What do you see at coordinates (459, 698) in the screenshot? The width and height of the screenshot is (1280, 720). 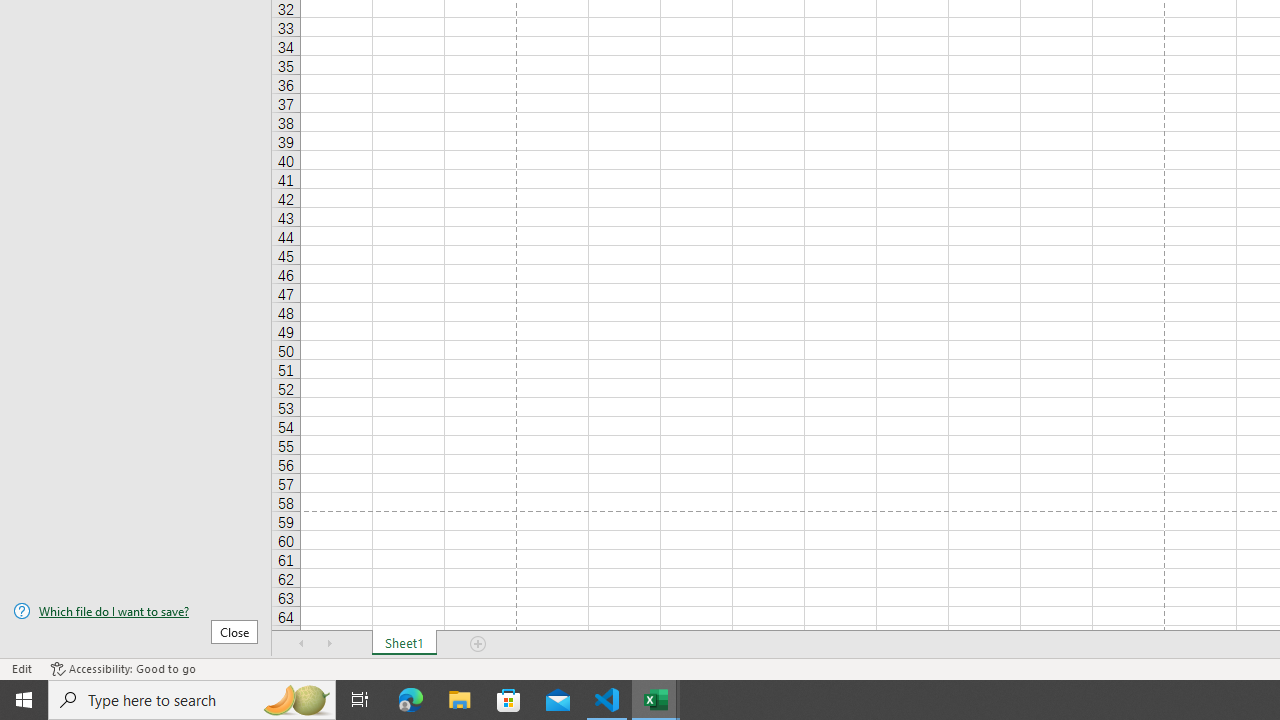 I see `'File Explorer'` at bounding box center [459, 698].